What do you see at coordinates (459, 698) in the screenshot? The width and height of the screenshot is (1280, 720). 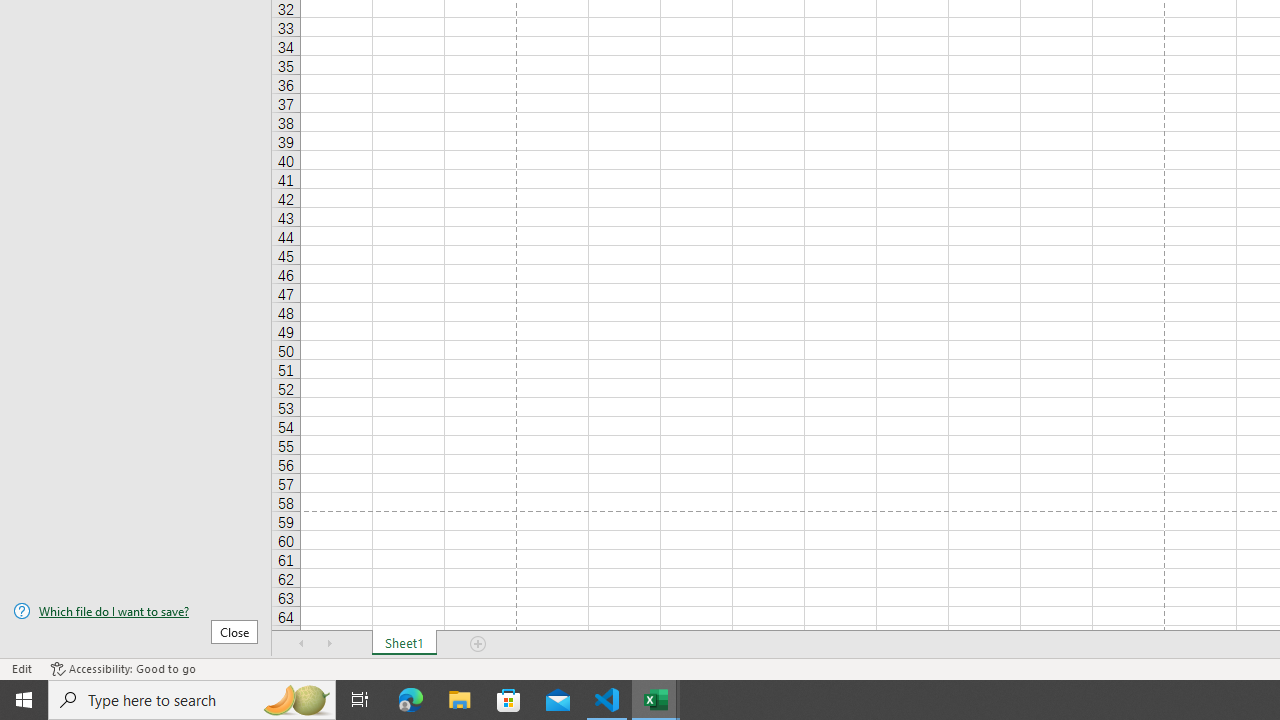 I see `'File Explorer'` at bounding box center [459, 698].